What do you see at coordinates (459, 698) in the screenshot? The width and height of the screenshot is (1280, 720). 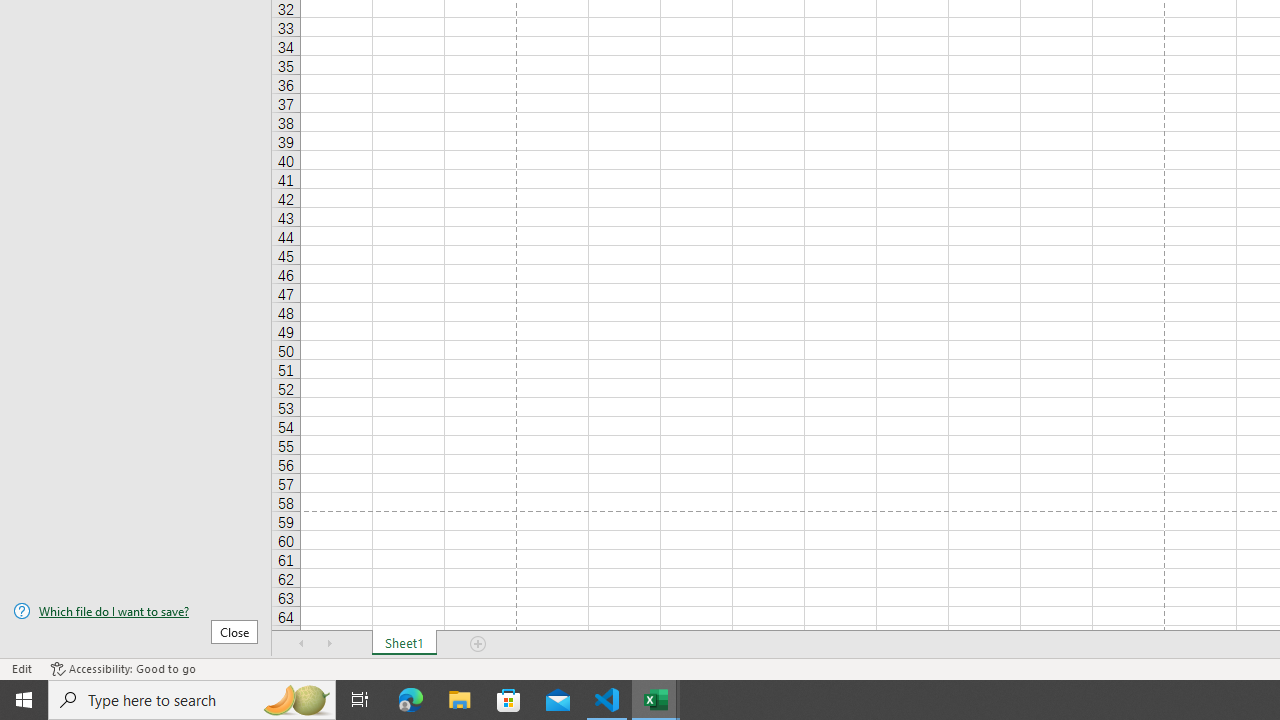 I see `'File Explorer'` at bounding box center [459, 698].